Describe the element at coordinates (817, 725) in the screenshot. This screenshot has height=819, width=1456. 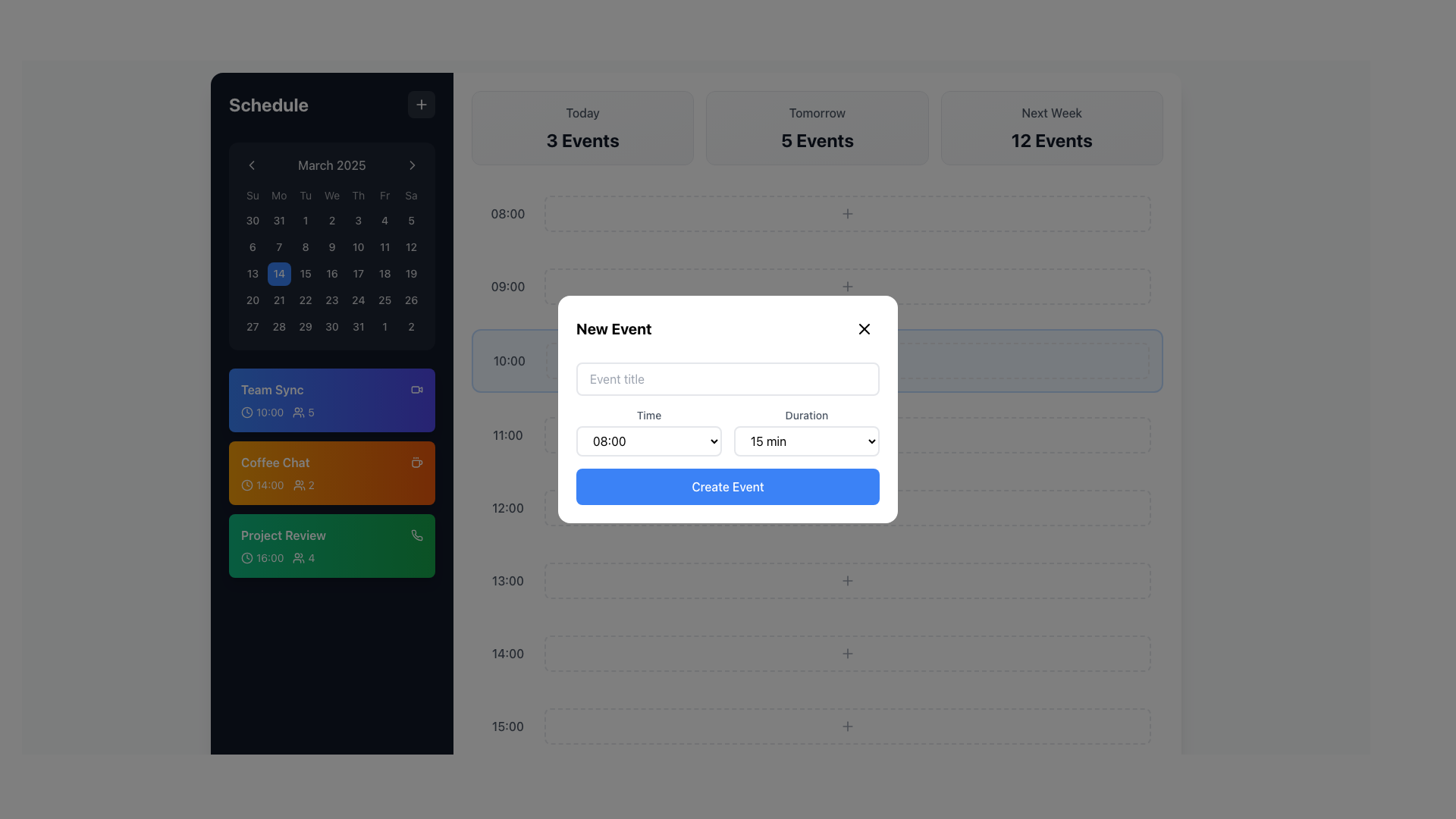
I see `the horizontal time slot bar displaying '15:00'` at that location.